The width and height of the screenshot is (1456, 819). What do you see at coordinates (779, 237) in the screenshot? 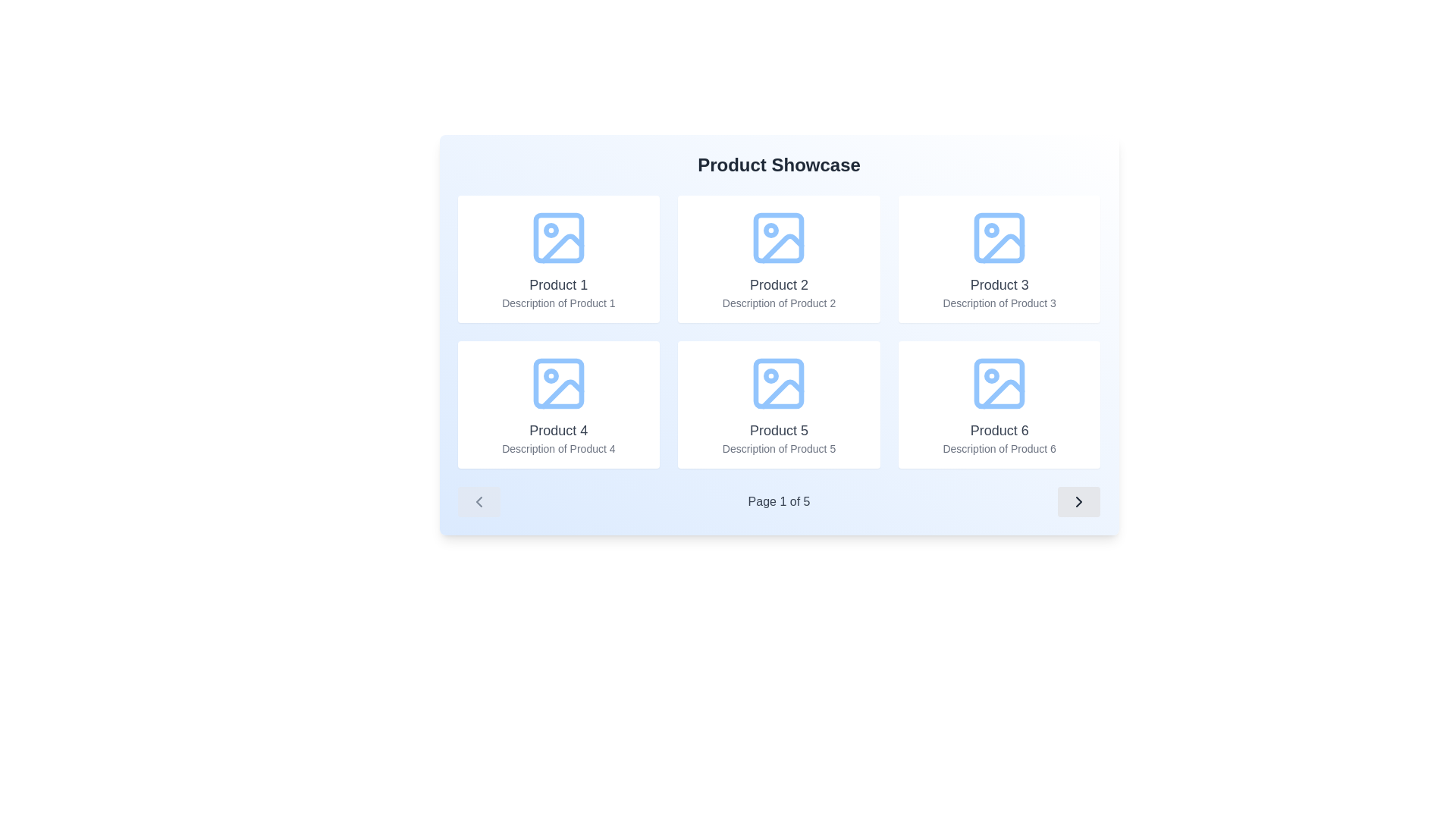
I see `the decorative icon representing 'Product 2' which is centrally aligned within its card, located above the text labels for the product name and description` at bounding box center [779, 237].